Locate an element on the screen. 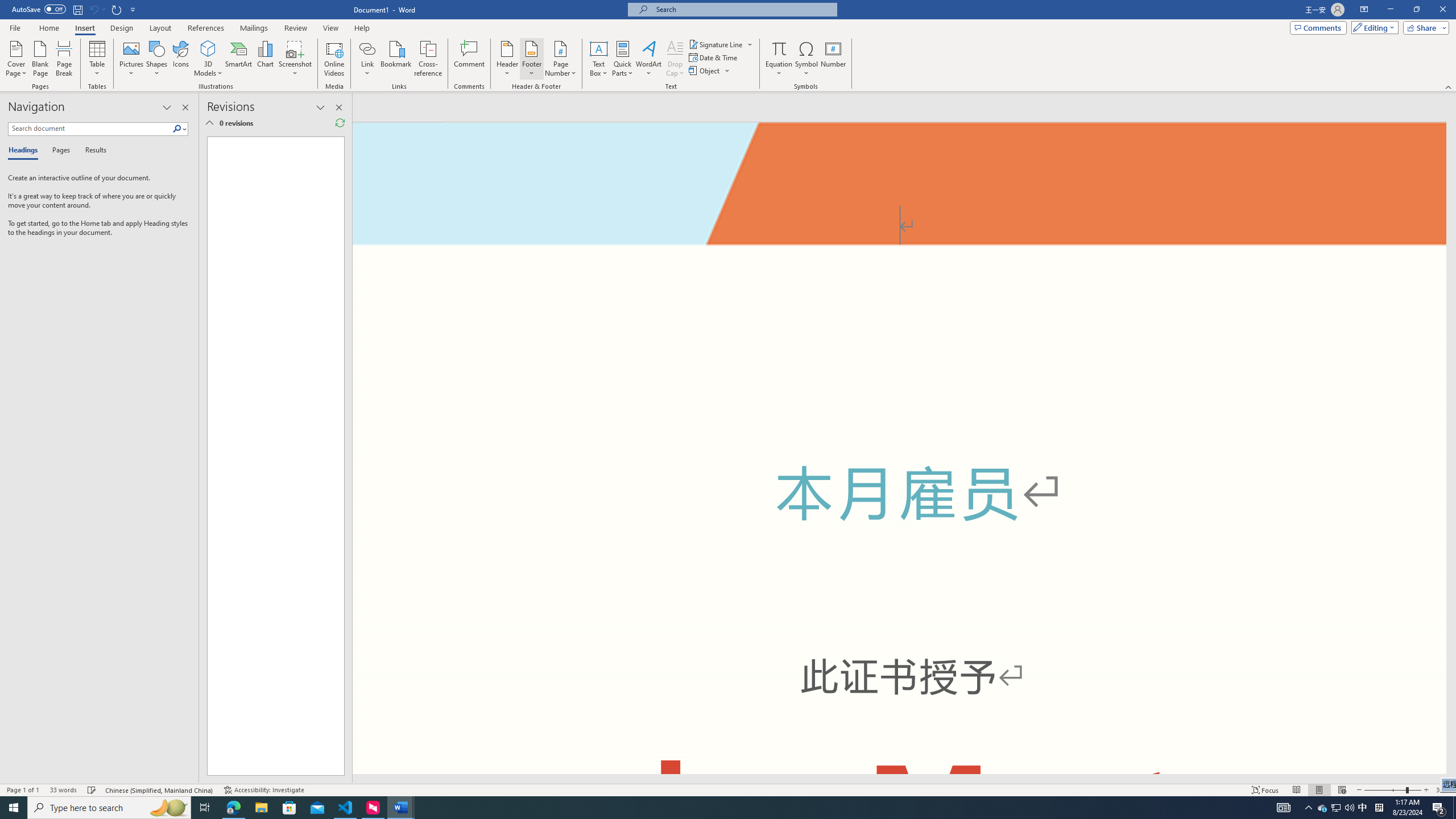 This screenshot has height=819, width=1456. 'Zoom 308%' is located at coordinates (1443, 790).